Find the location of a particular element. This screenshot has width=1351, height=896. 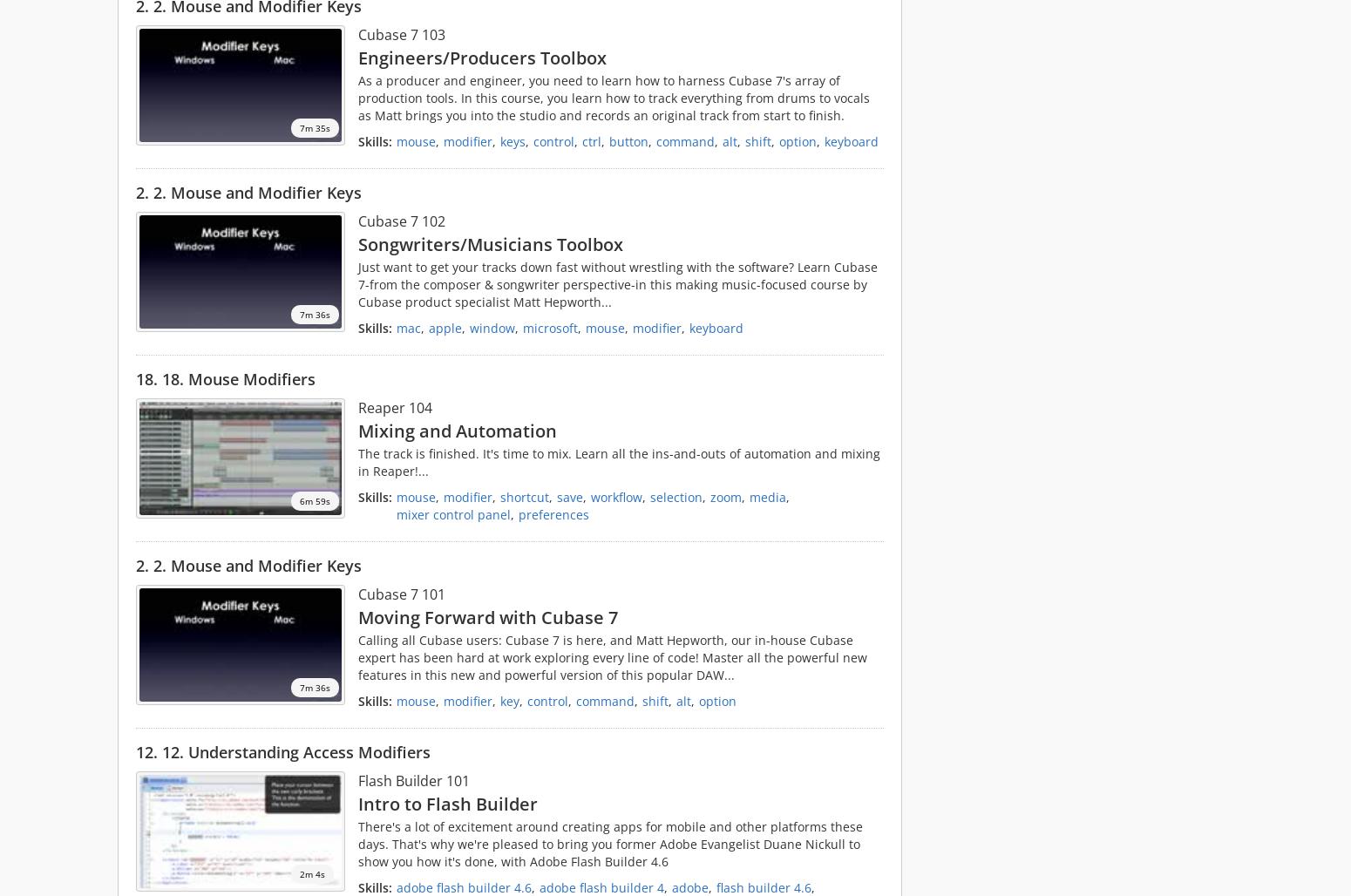

'7m 35s' is located at coordinates (314, 126).